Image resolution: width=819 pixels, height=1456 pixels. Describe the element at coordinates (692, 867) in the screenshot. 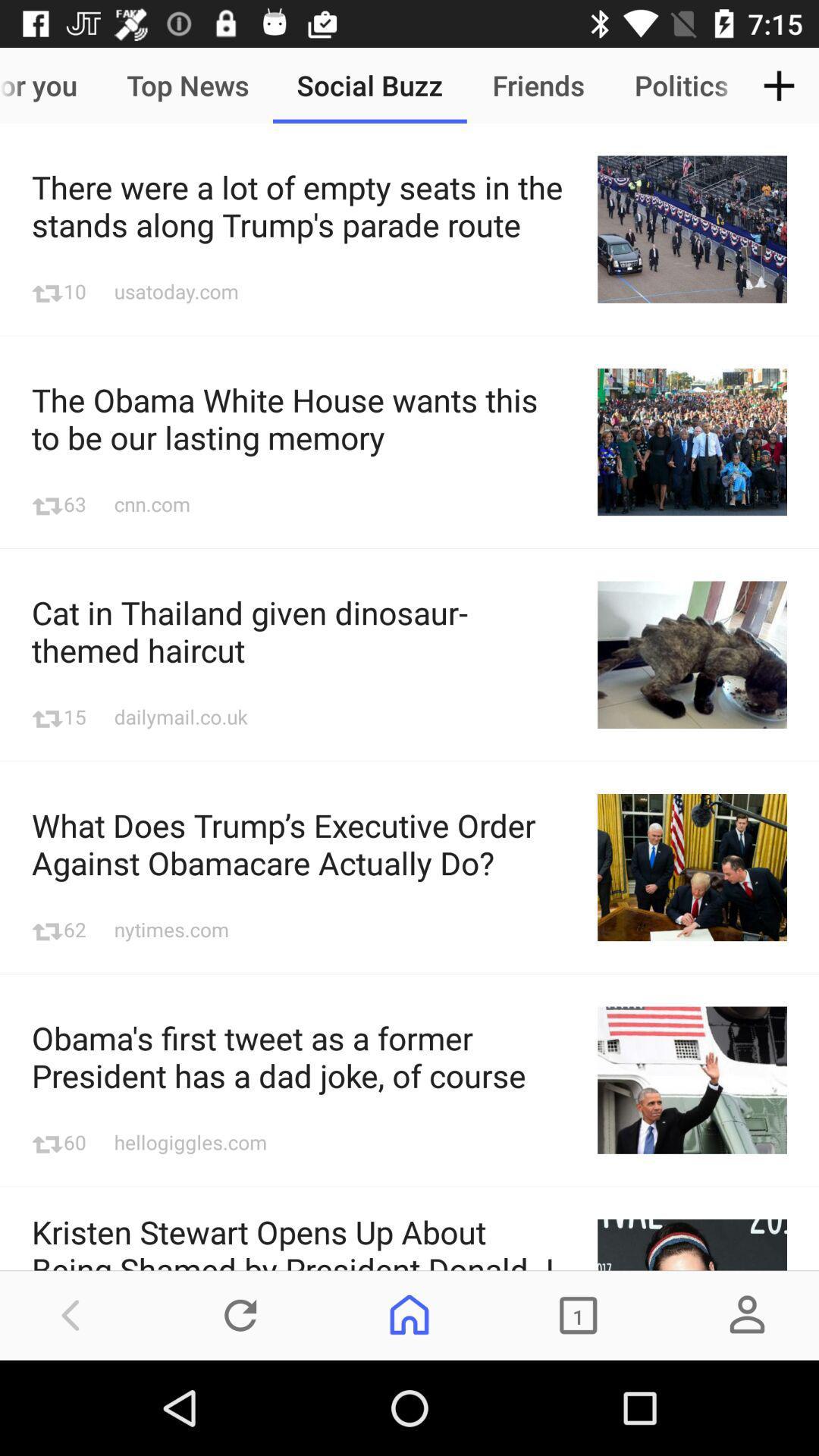

I see `the fourth image on the right side` at that location.